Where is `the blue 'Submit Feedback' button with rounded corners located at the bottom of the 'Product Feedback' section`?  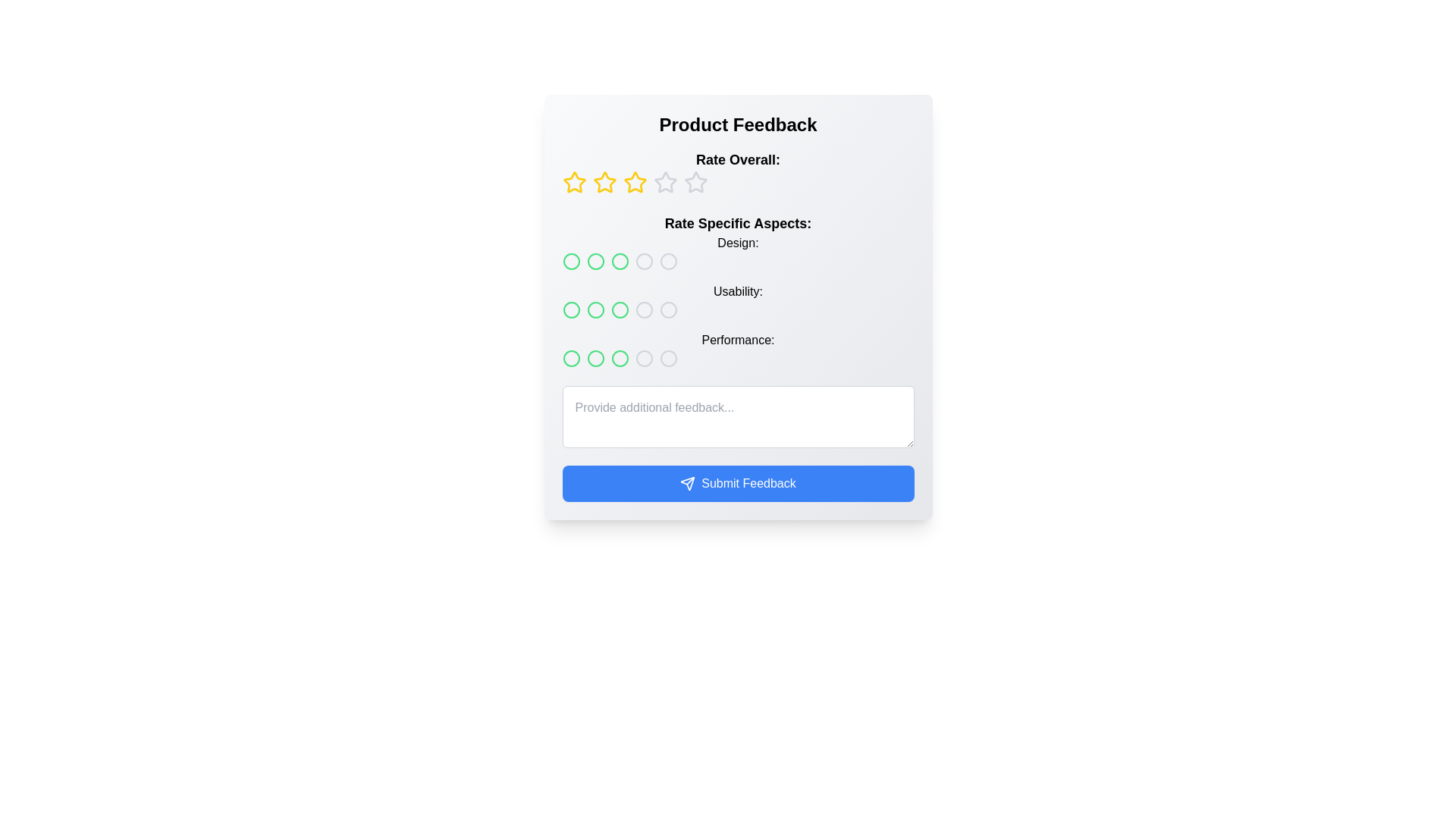 the blue 'Submit Feedback' button with rounded corners located at the bottom of the 'Product Feedback' section is located at coordinates (738, 483).